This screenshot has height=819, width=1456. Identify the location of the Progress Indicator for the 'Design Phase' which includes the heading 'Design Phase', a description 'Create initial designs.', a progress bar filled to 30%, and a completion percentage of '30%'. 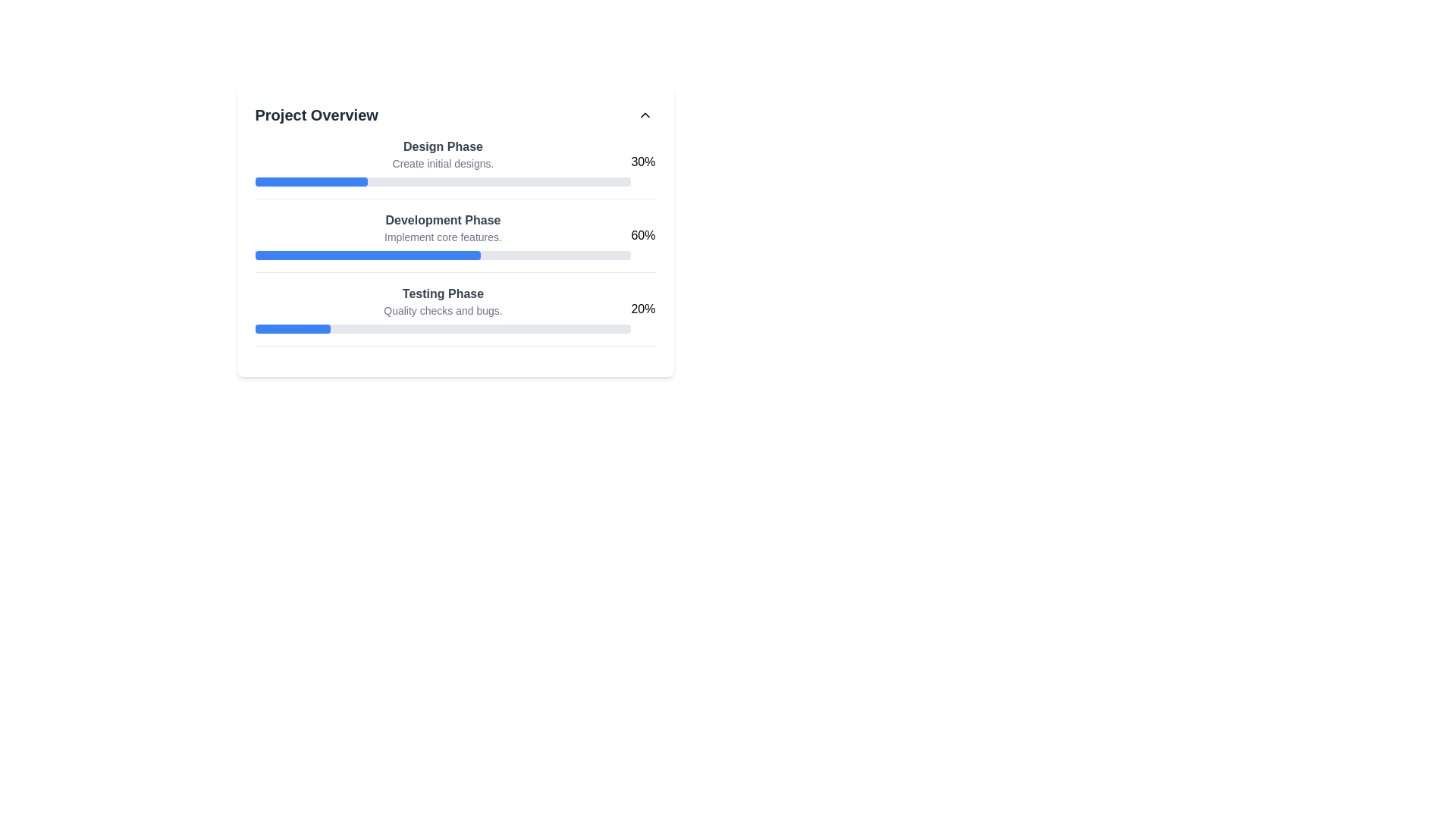
(454, 168).